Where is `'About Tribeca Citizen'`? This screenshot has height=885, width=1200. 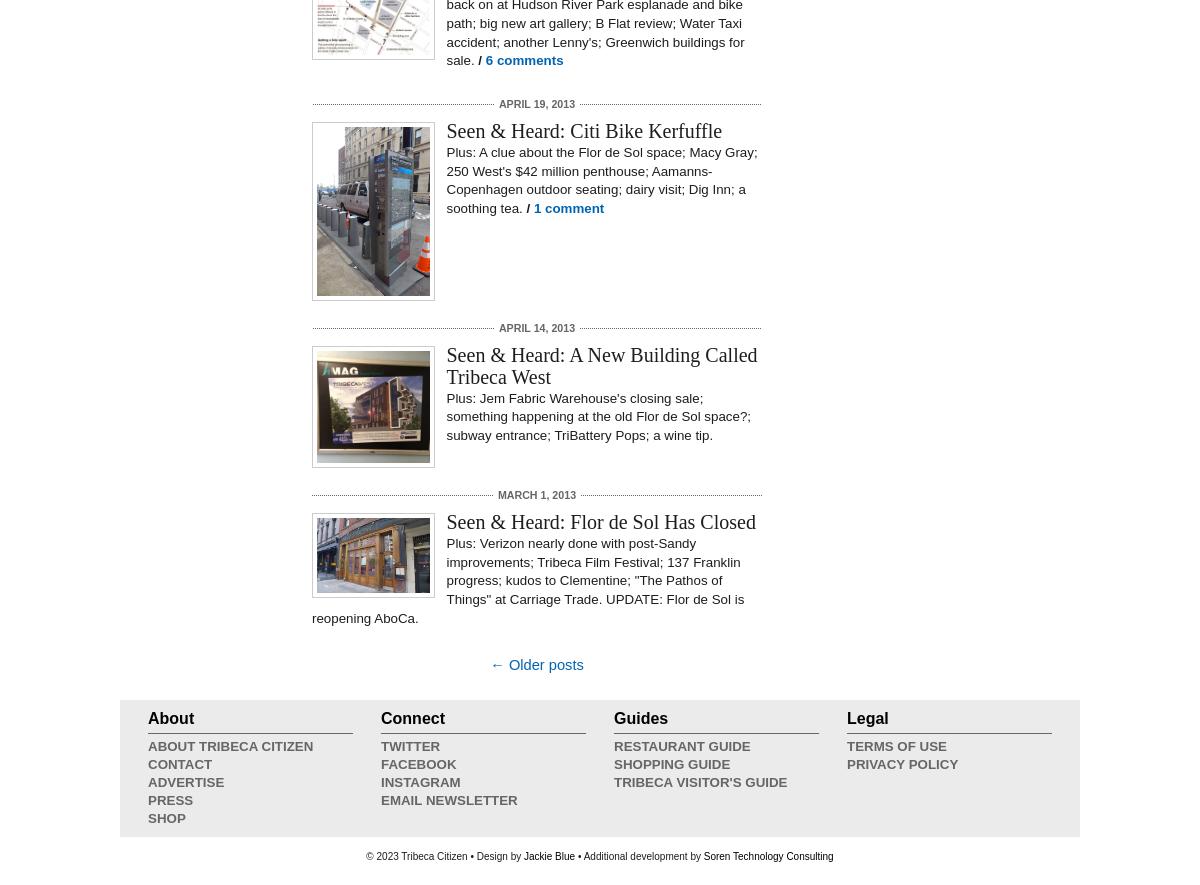
'About Tribeca Citizen' is located at coordinates (229, 746).